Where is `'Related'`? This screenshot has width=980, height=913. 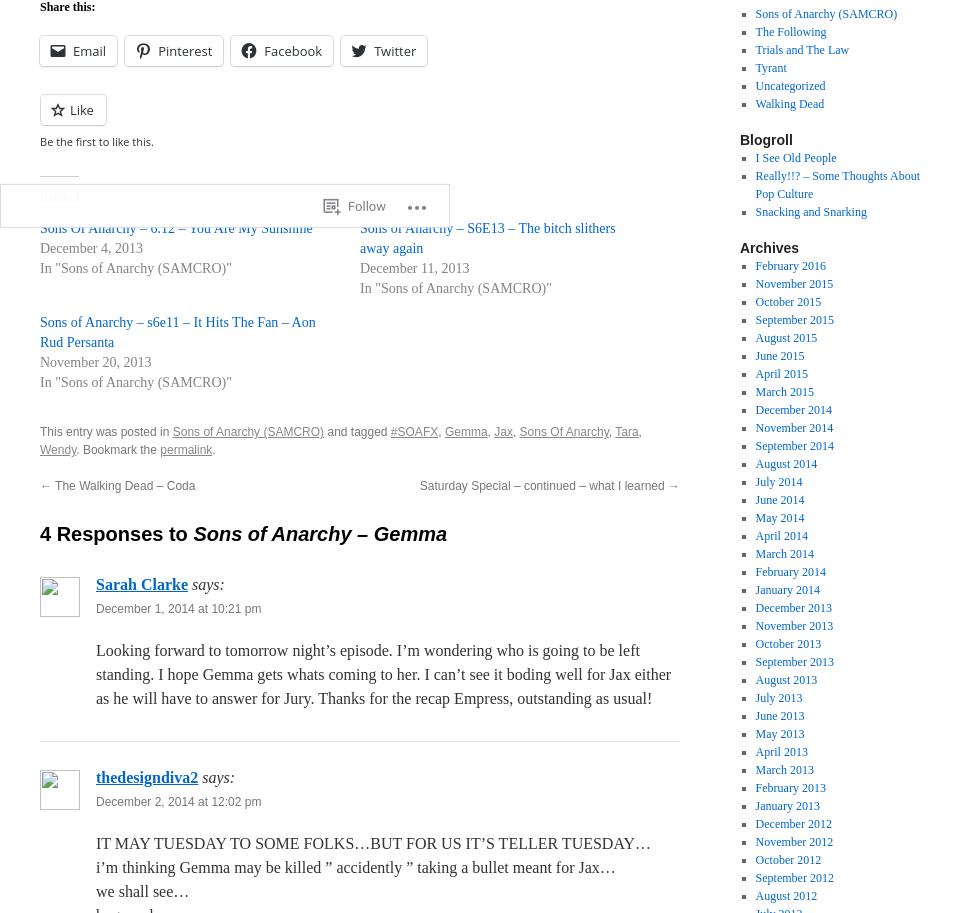 'Related' is located at coordinates (59, 198).